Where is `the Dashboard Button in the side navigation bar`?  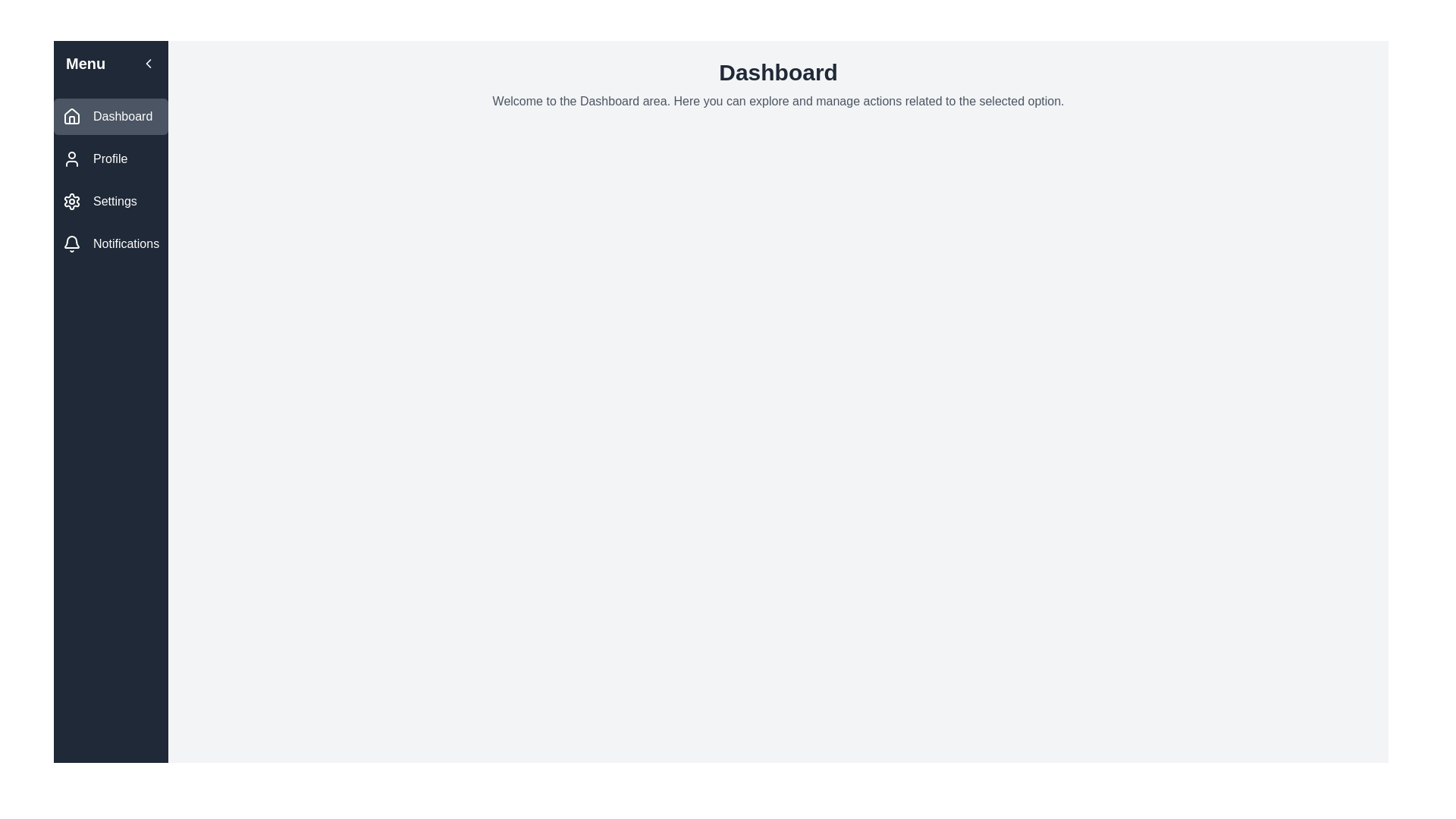 the Dashboard Button in the side navigation bar is located at coordinates (110, 116).